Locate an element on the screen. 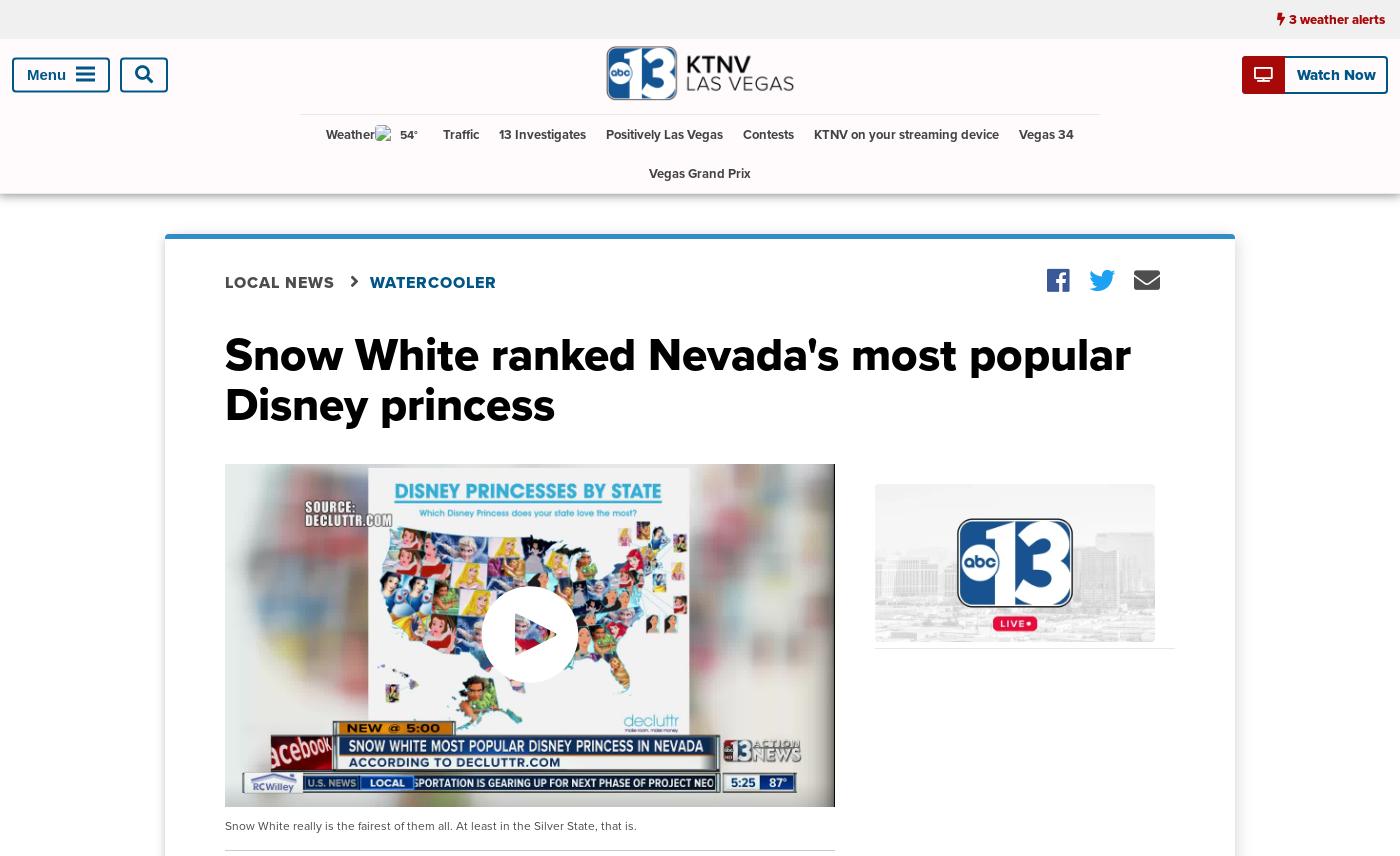  '13 Investigates' is located at coordinates (542, 133).